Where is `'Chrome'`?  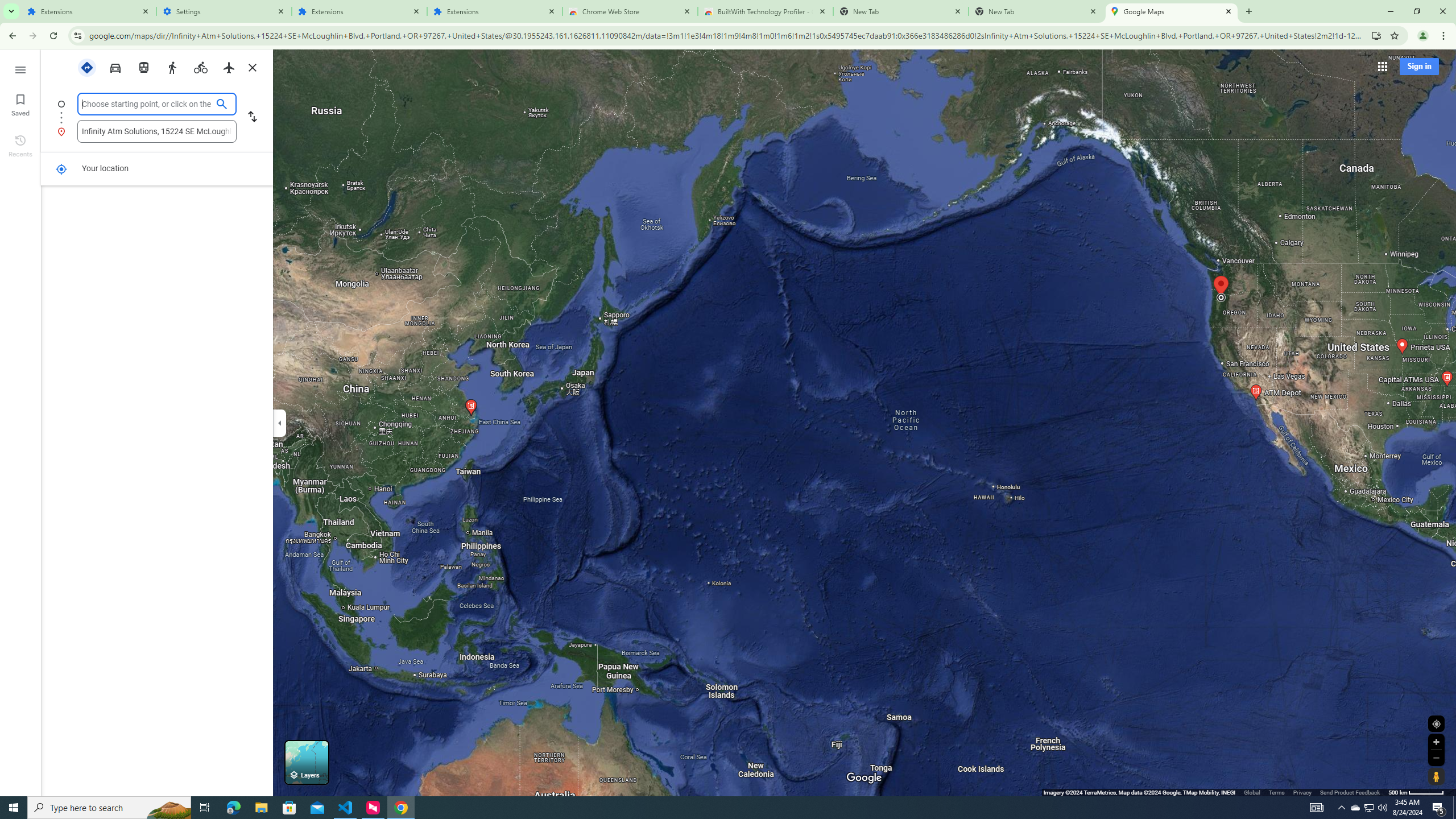 'Chrome' is located at coordinates (1444, 35).